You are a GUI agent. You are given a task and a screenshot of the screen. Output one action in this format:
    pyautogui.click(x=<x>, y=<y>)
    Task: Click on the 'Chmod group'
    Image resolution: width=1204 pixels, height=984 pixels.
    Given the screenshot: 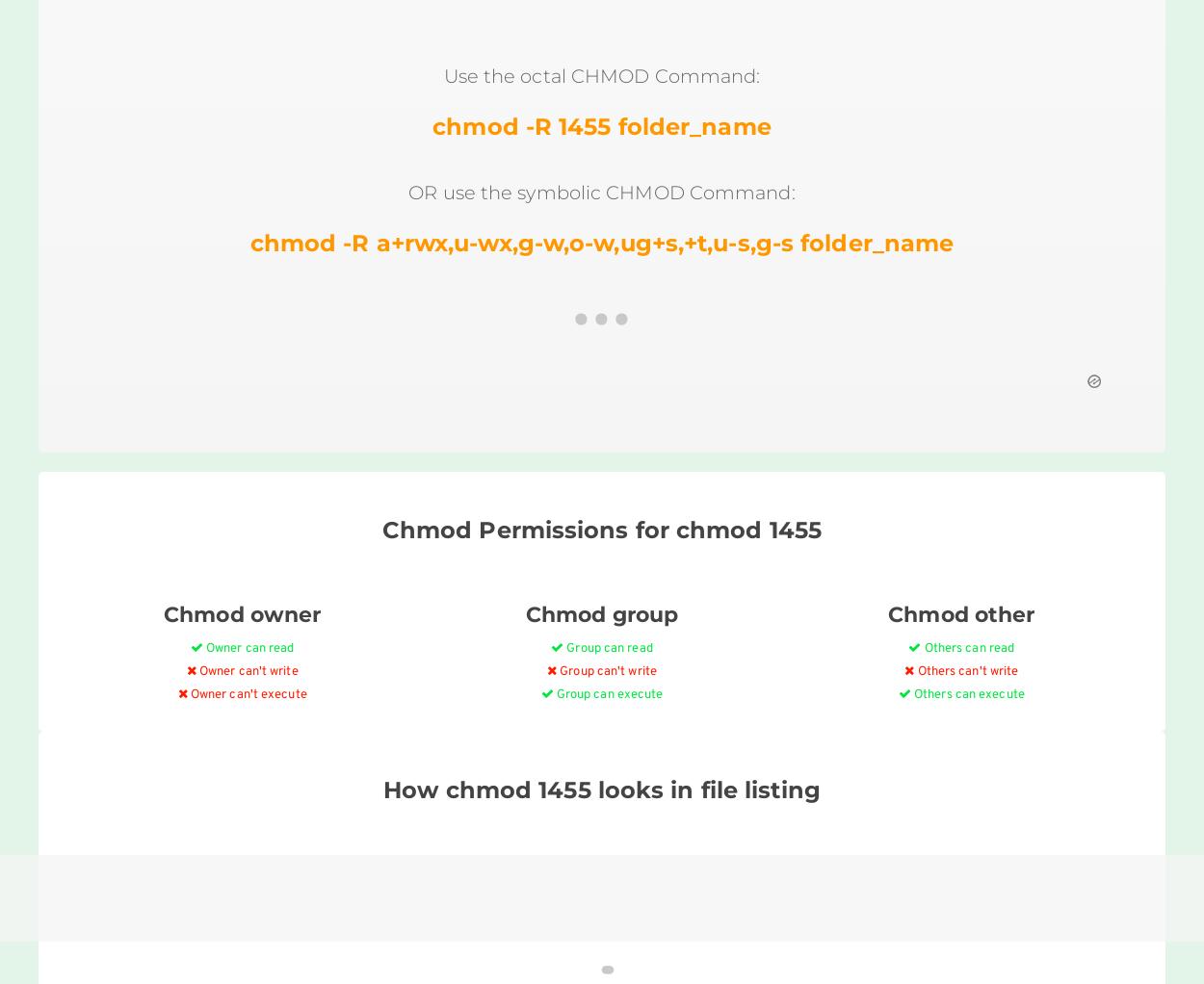 What is the action you would take?
    pyautogui.click(x=600, y=614)
    